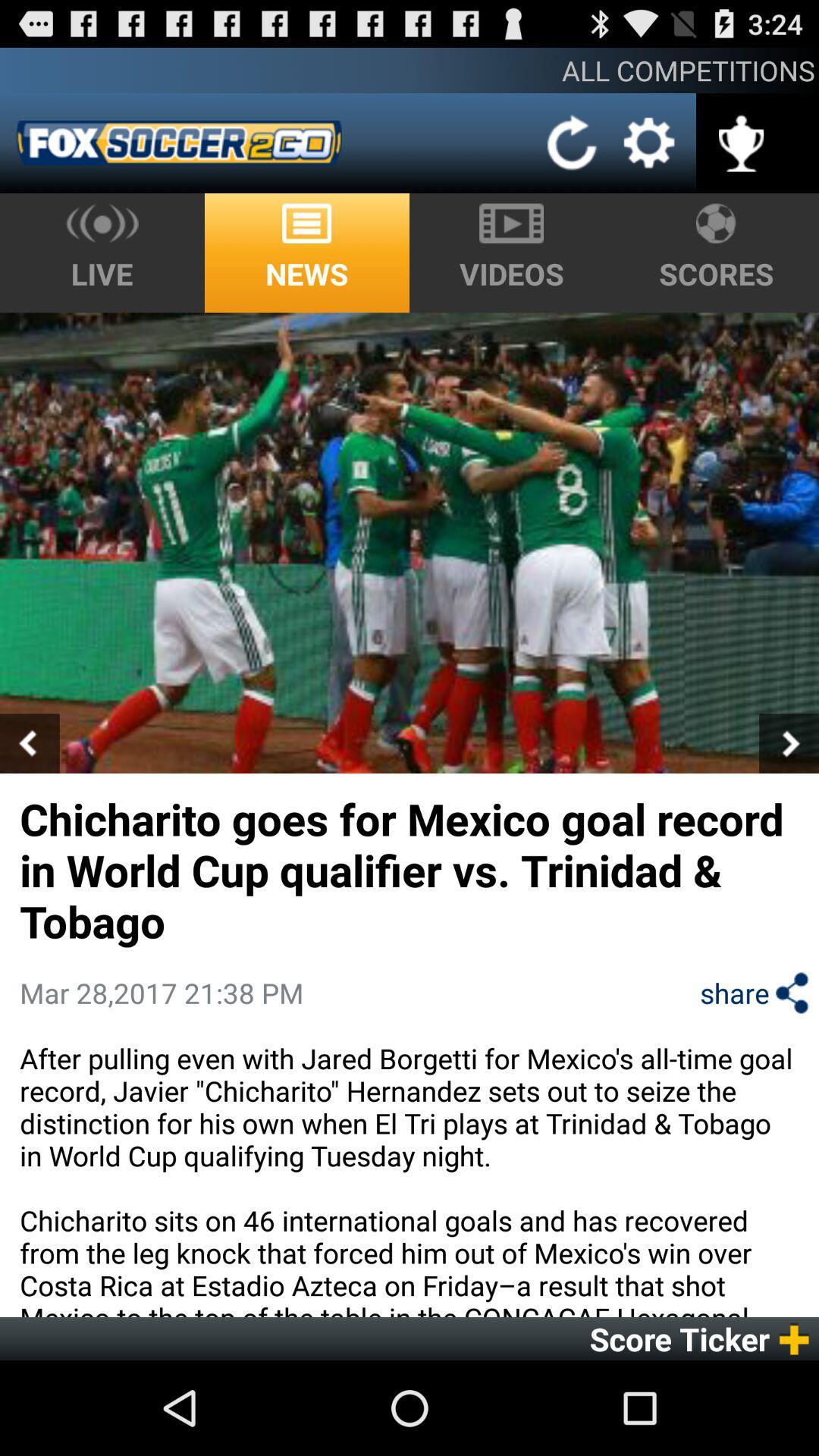  What do you see at coordinates (573, 143) in the screenshot?
I see `the item below the all competitions icon` at bounding box center [573, 143].